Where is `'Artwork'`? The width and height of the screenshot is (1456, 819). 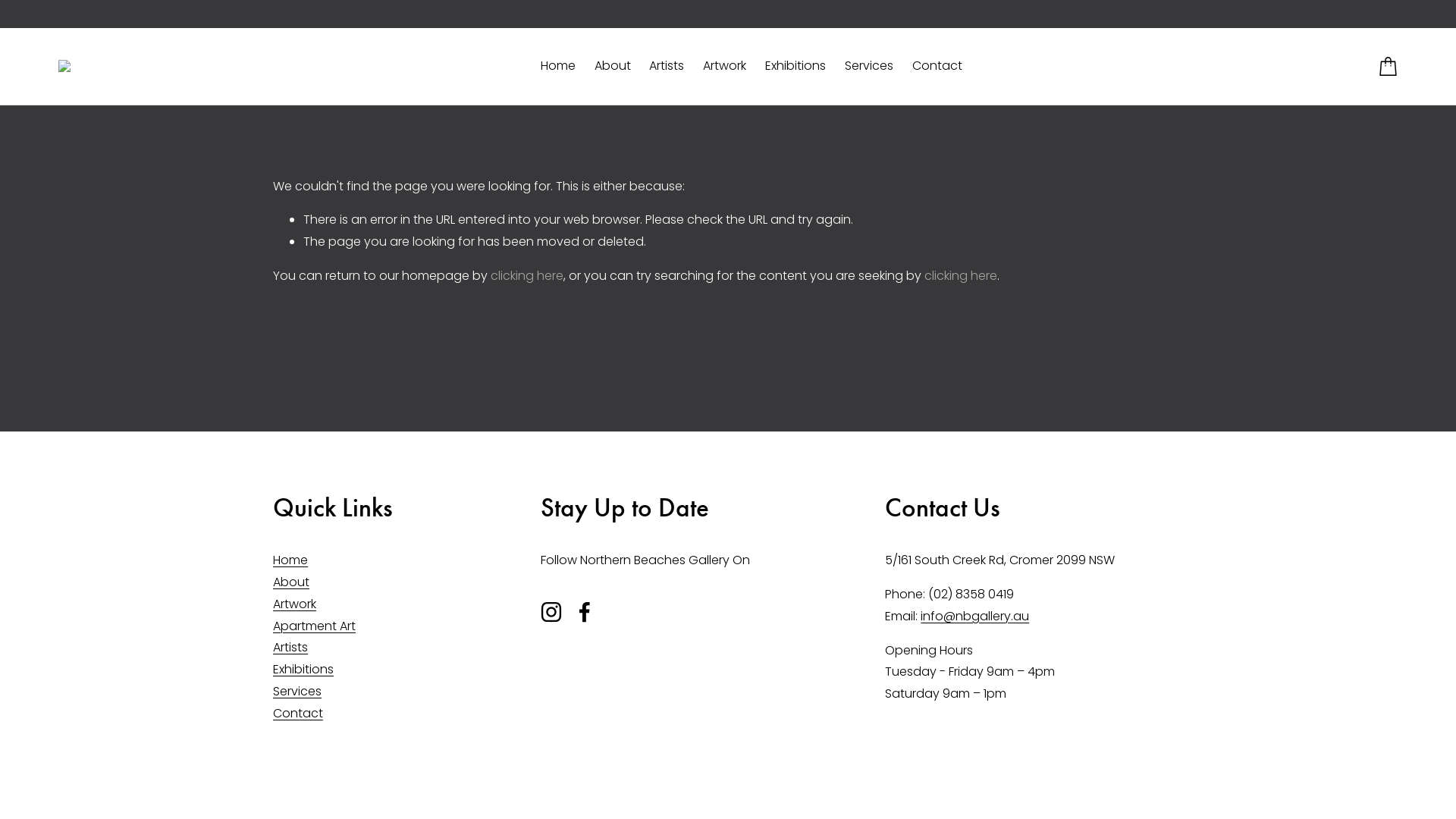
'Artwork' is located at coordinates (294, 604).